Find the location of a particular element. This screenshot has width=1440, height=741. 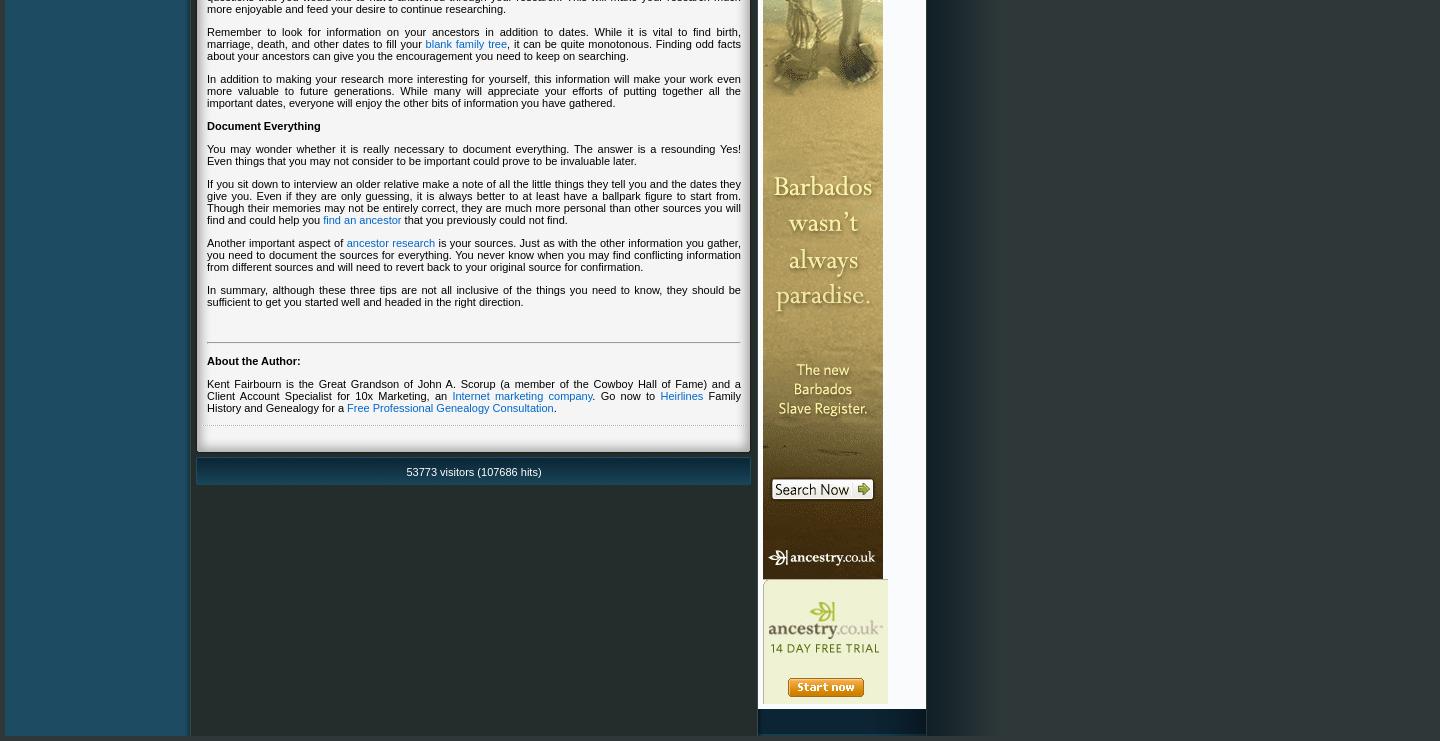

'.' is located at coordinates (552, 406).